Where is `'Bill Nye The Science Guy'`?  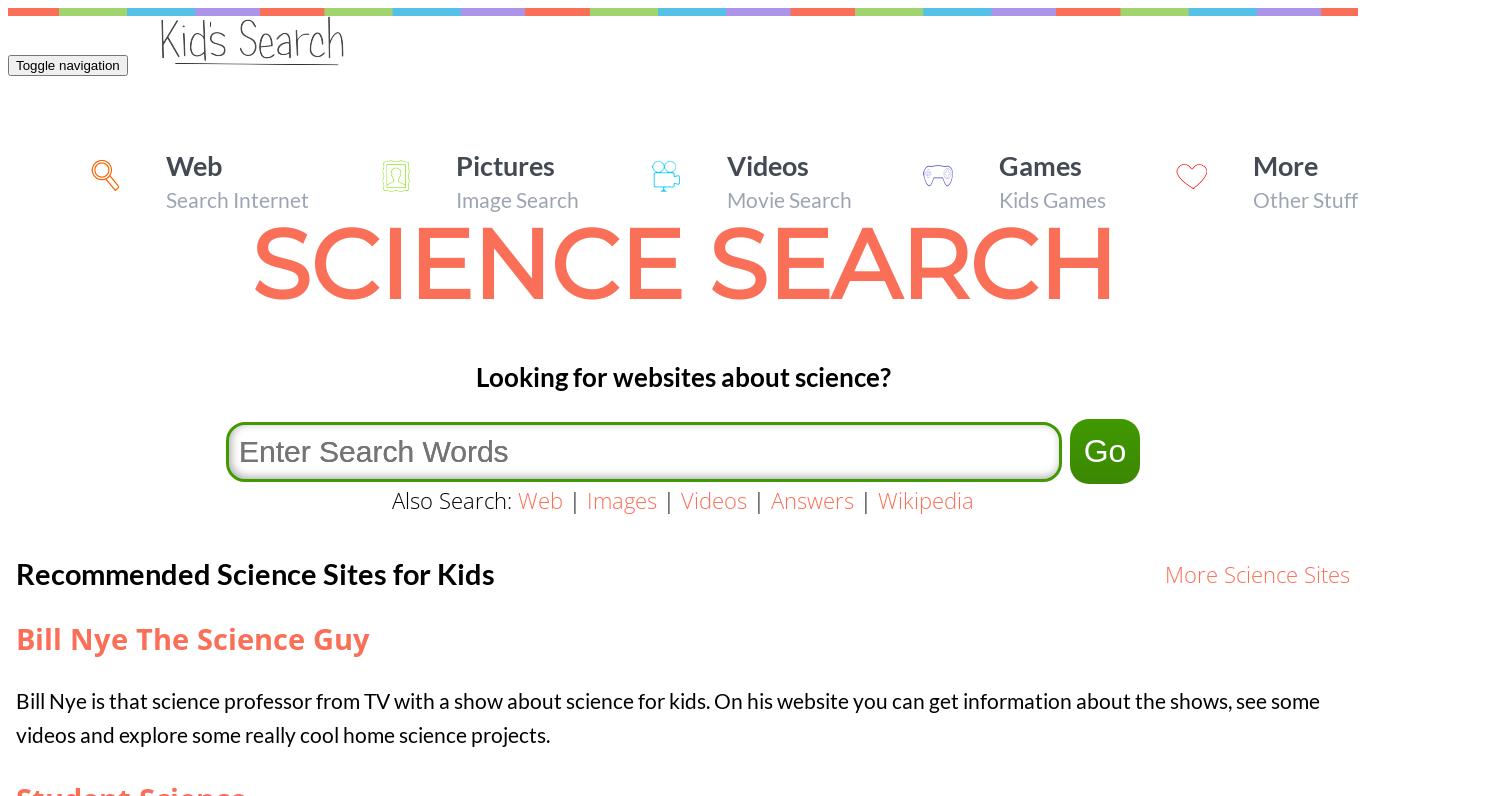
'Bill Nye The Science Guy' is located at coordinates (192, 638).